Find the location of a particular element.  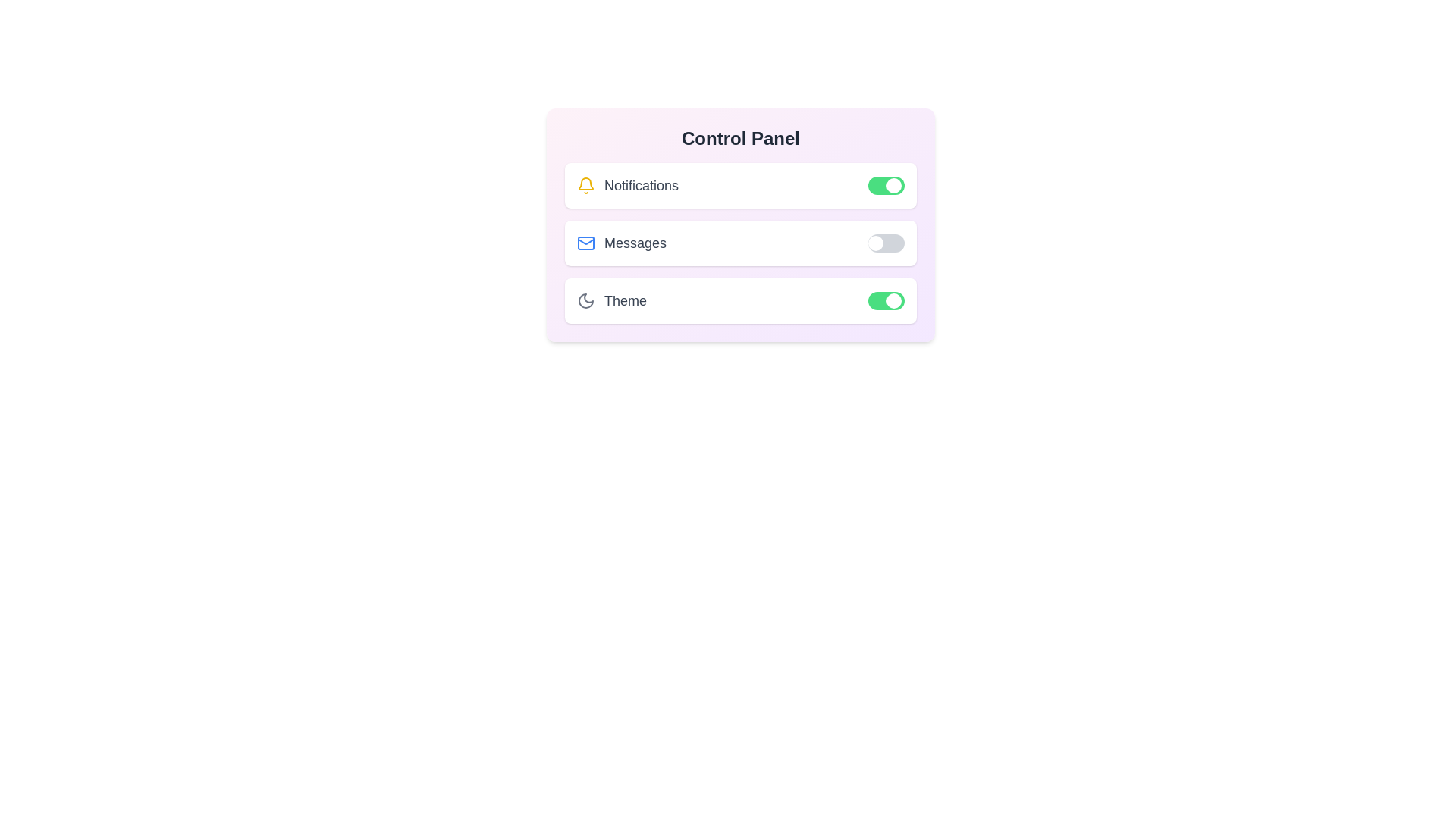

the toggle switch located to the far right of the 'Messages' section to change its state is located at coordinates (886, 242).